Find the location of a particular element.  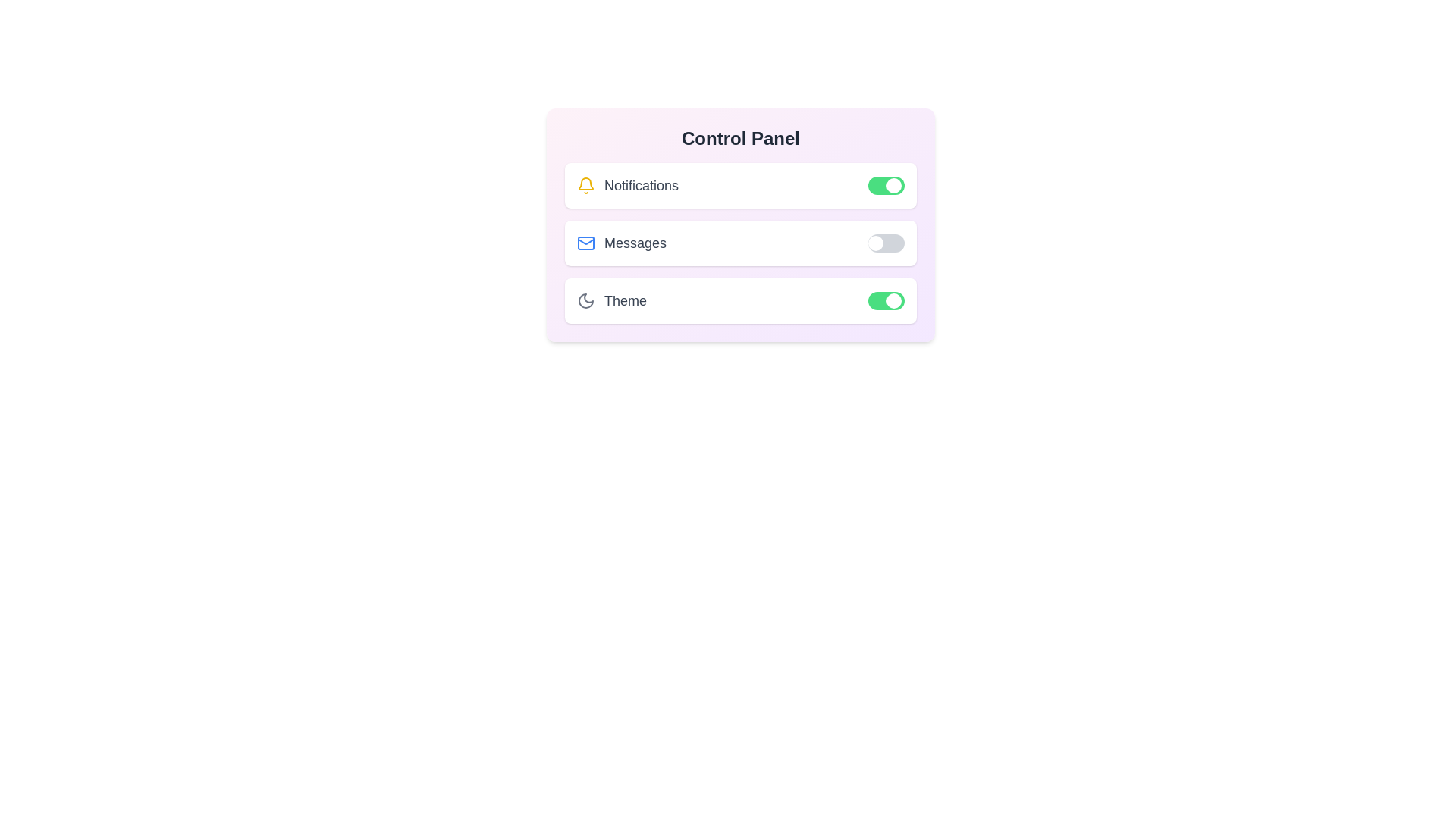

the toggle switch located to the far right of the 'Messages' section to change its state is located at coordinates (886, 242).